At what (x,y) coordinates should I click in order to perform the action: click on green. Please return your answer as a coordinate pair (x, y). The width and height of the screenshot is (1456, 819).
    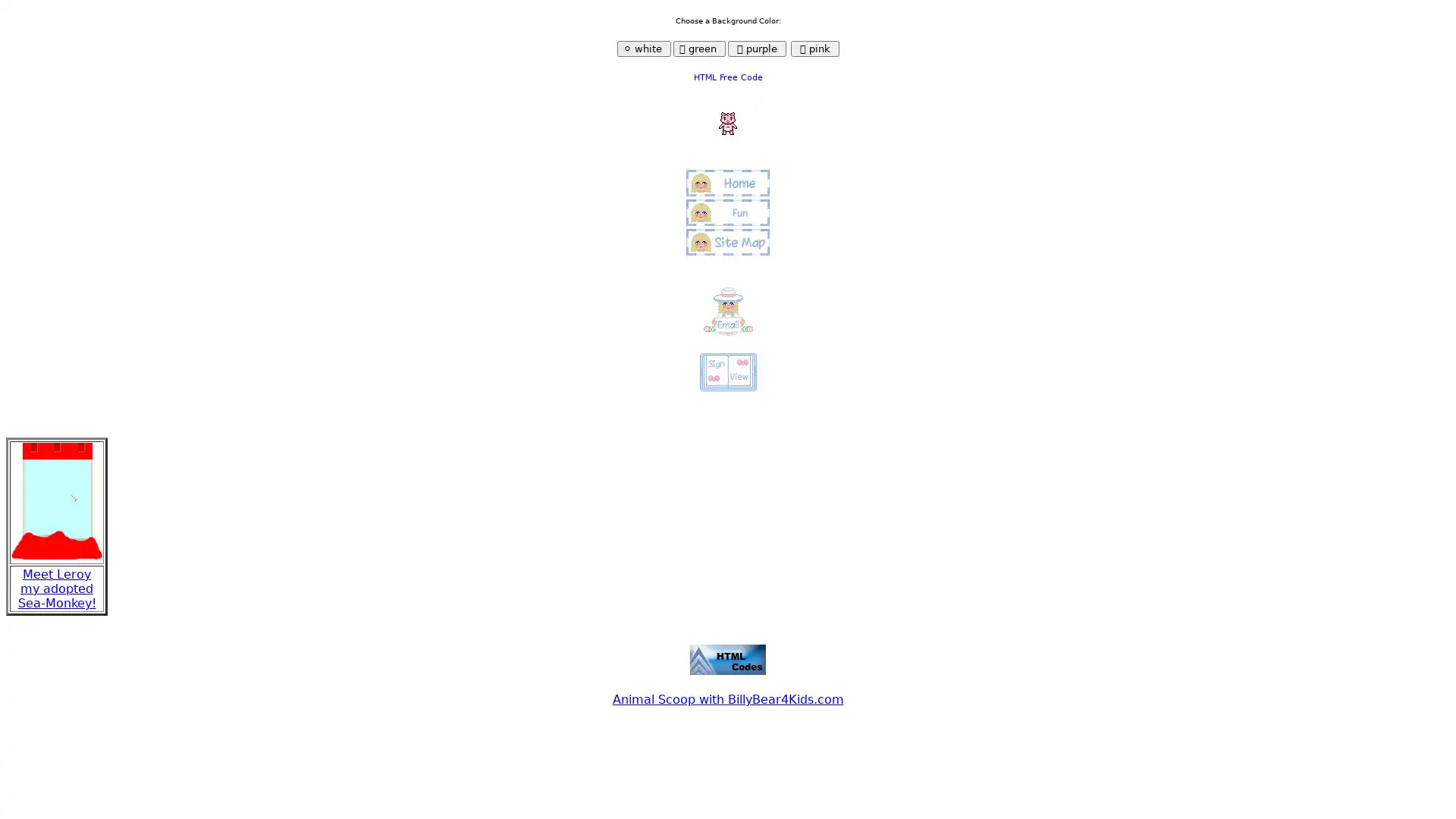
    Looking at the image, I should click on (698, 48).